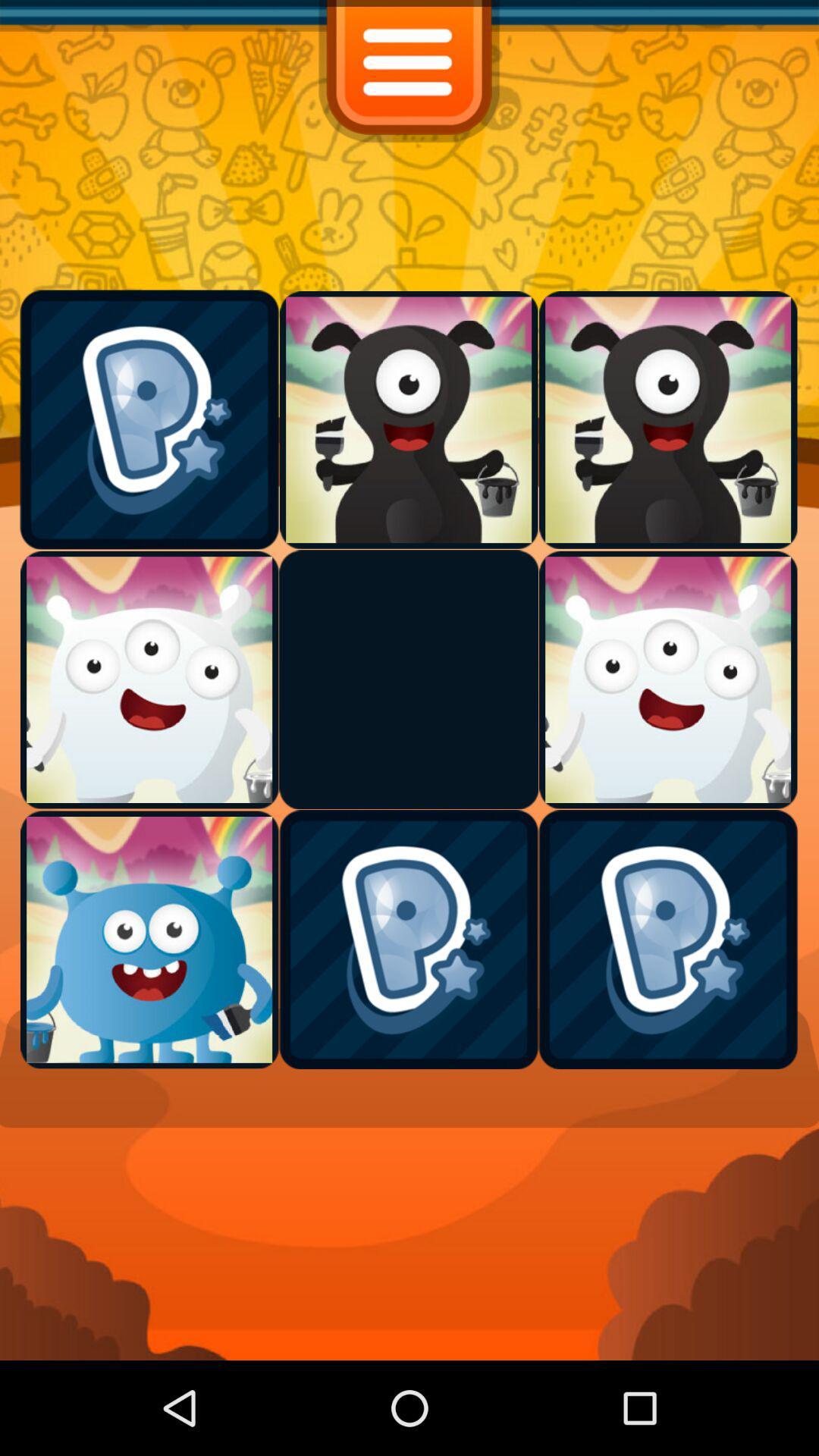  What do you see at coordinates (408, 76) in the screenshot?
I see `the menu icon` at bounding box center [408, 76].